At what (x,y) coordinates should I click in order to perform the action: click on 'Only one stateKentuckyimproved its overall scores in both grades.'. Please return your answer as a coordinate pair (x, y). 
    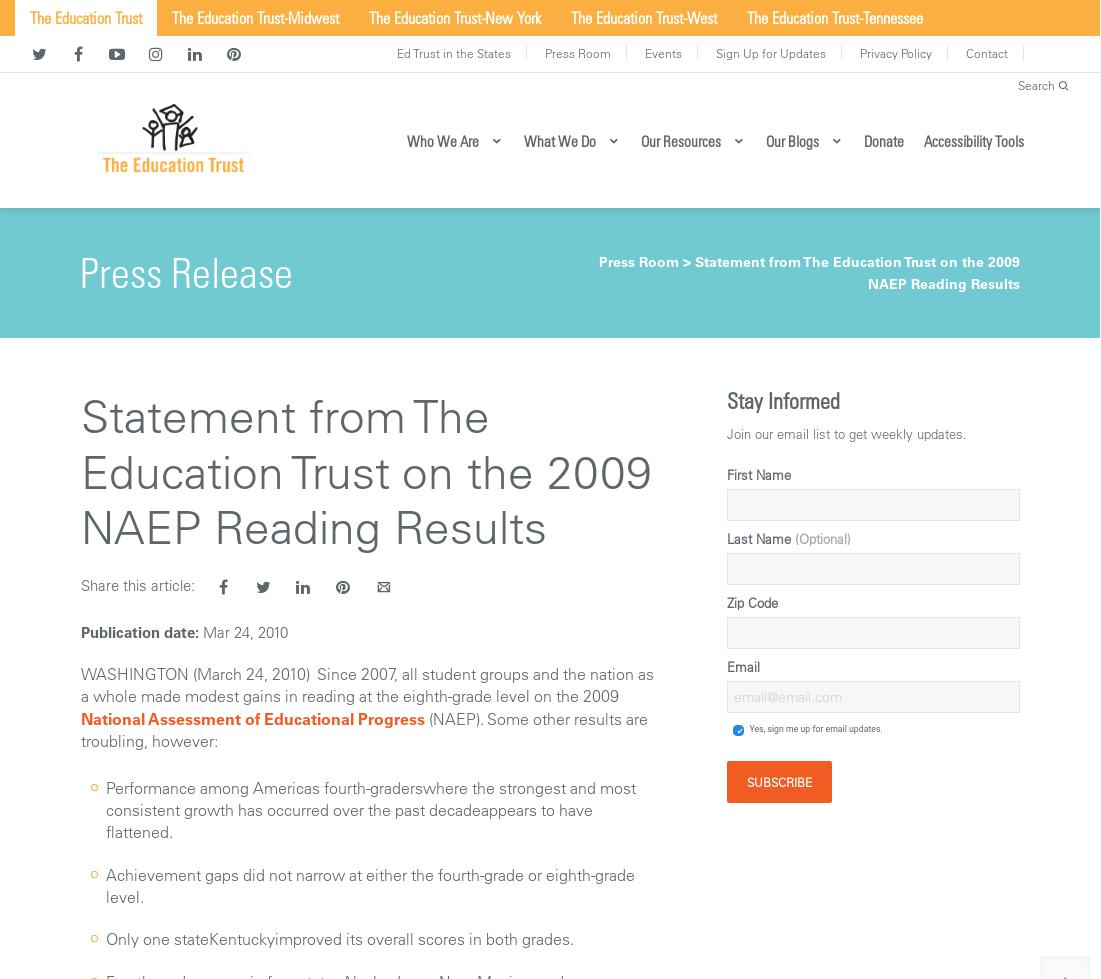
    Looking at the image, I should click on (339, 937).